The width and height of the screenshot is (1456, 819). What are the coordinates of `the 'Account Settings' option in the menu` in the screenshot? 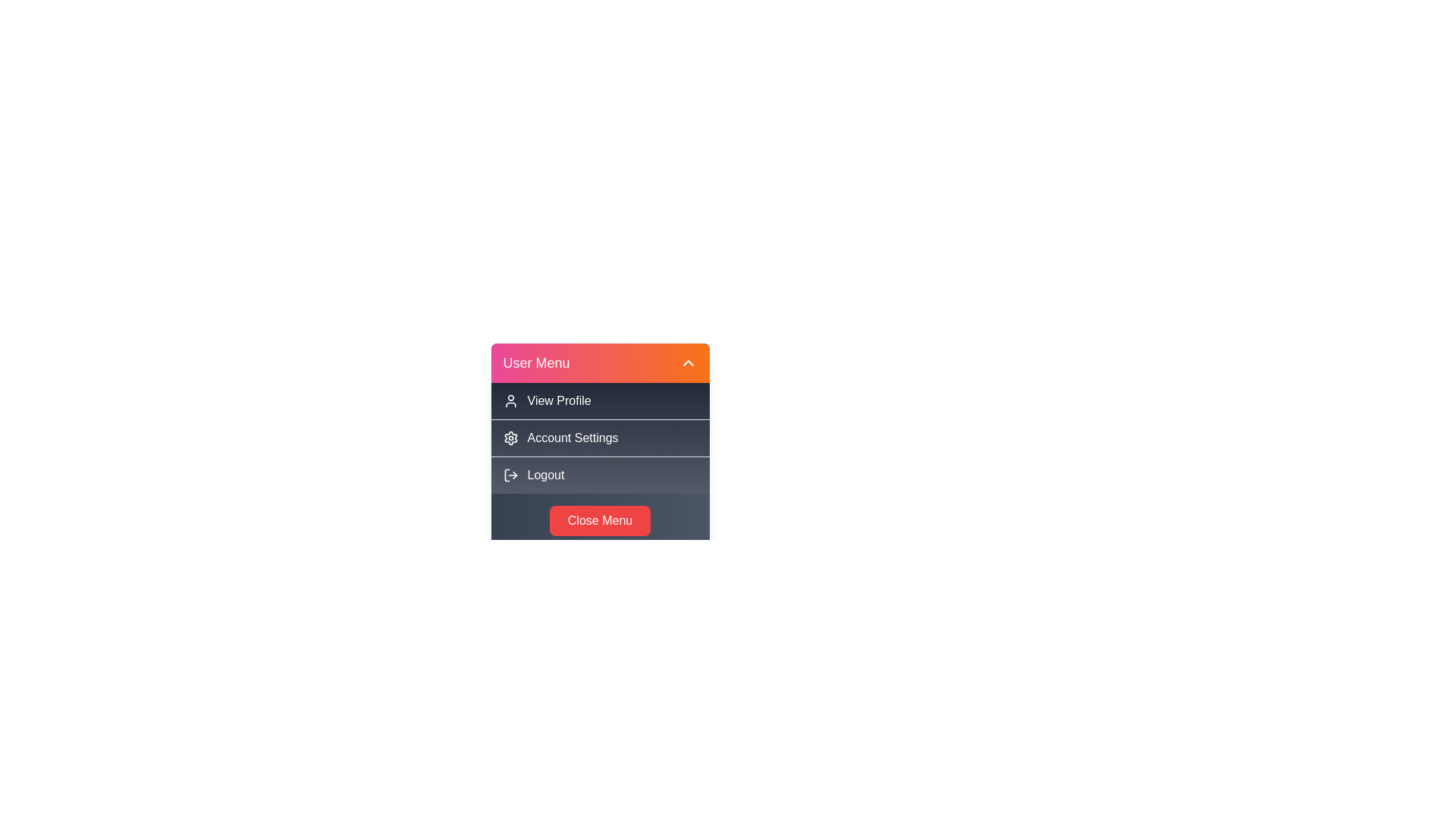 It's located at (599, 438).